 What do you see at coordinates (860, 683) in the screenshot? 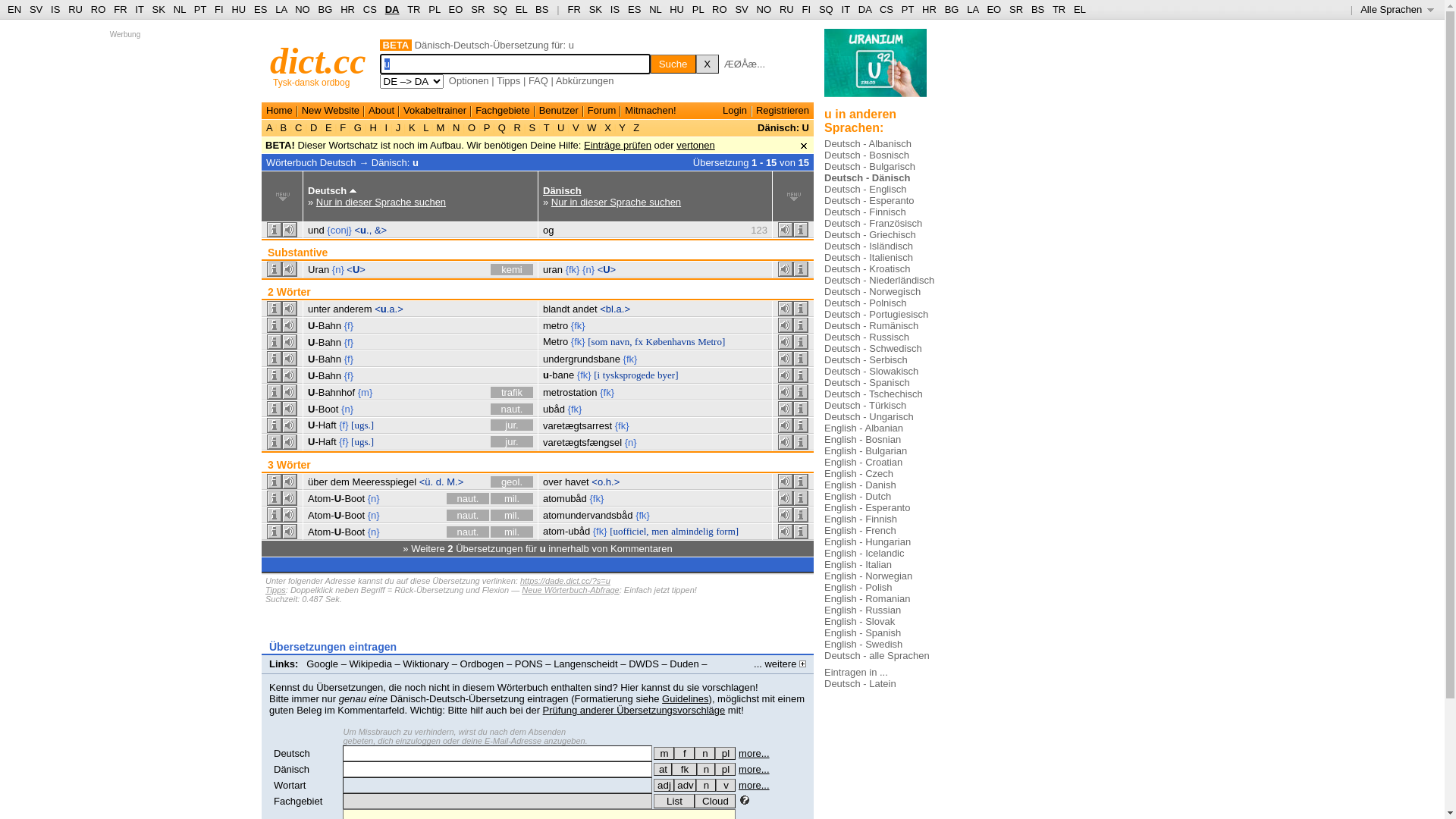
I see `'Deutsch - Latein'` at bounding box center [860, 683].